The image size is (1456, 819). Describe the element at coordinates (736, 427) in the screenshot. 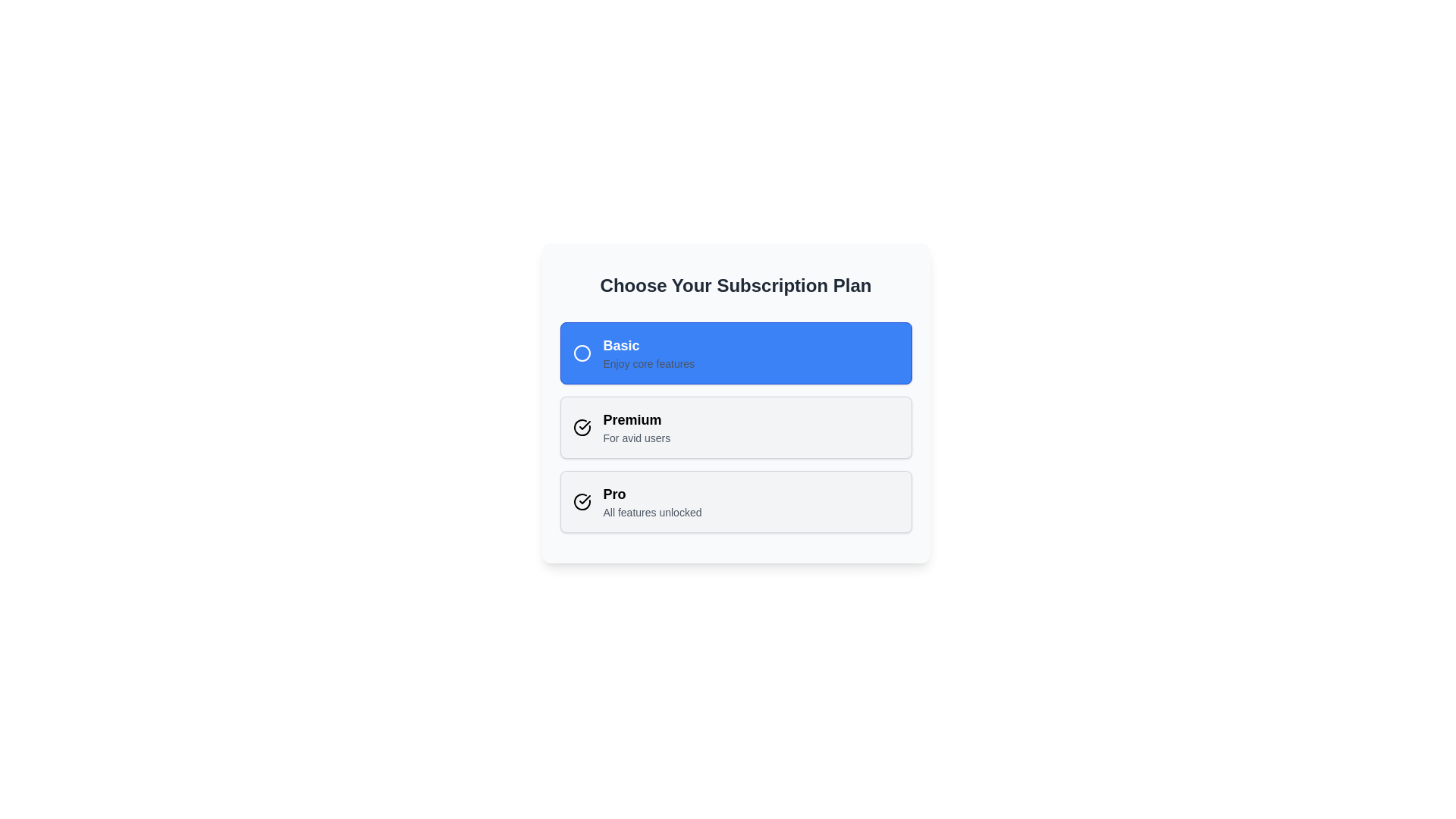

I see `the 'Premium' subscription plan button, which is the second option` at that location.